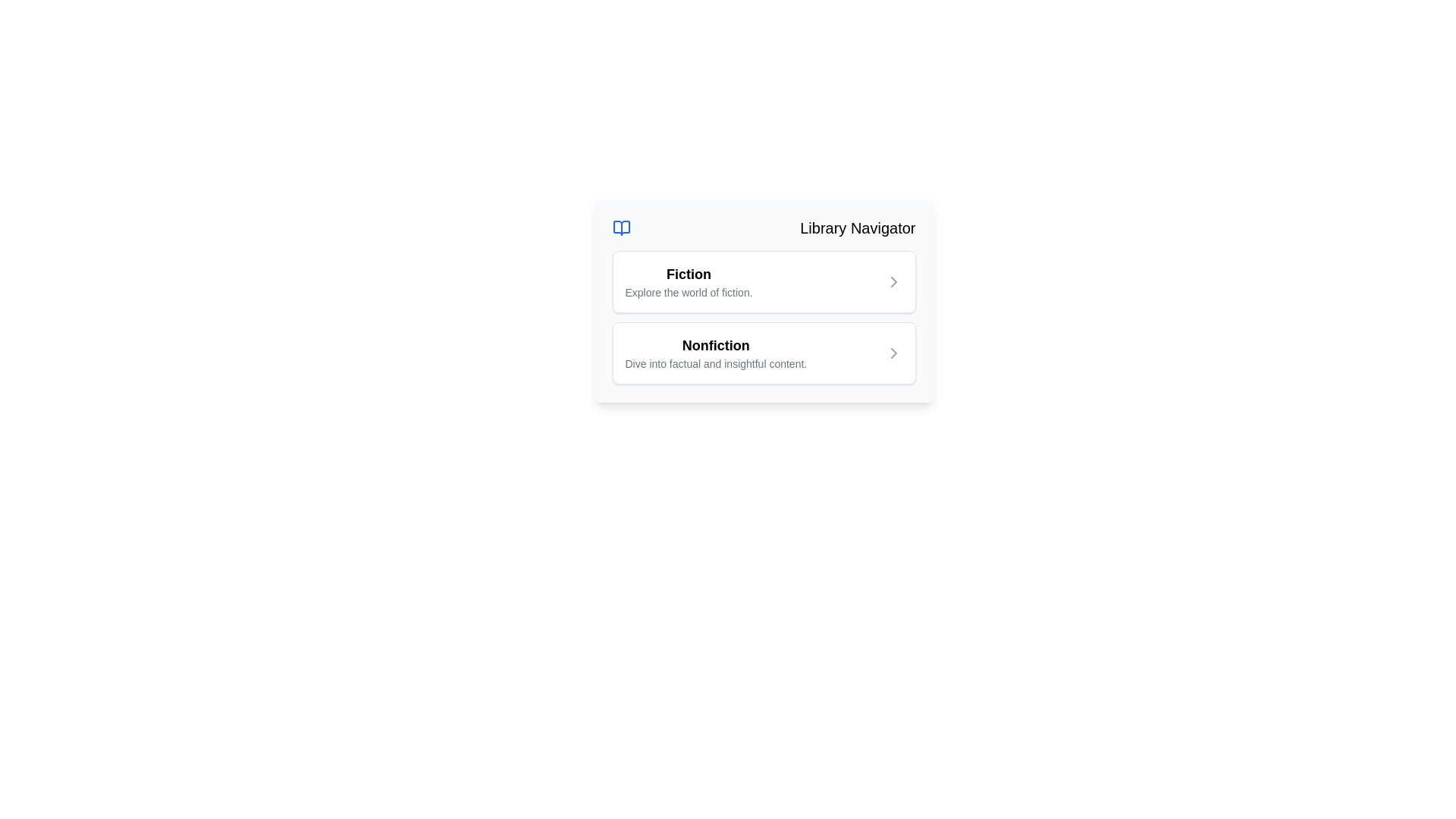  I want to click on the text label element displaying 'Nonfiction', which is styled in bold and larger font, positioned above the descriptive text and centrally aligned within its section, so click(715, 345).